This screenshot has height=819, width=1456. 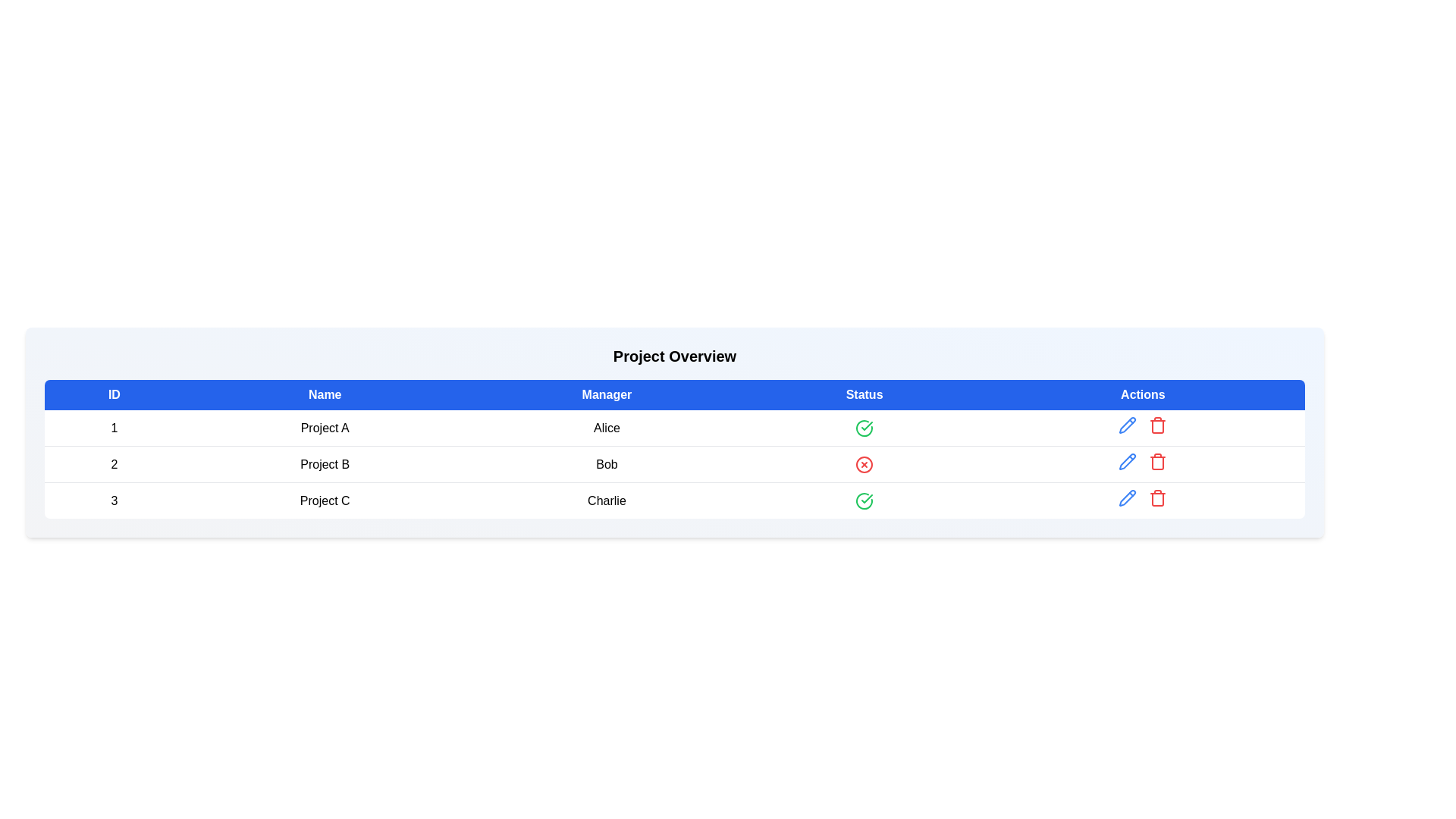 I want to click on the text label displaying the name 'Bob' in the 'Manager' column of the table, so click(x=607, y=463).